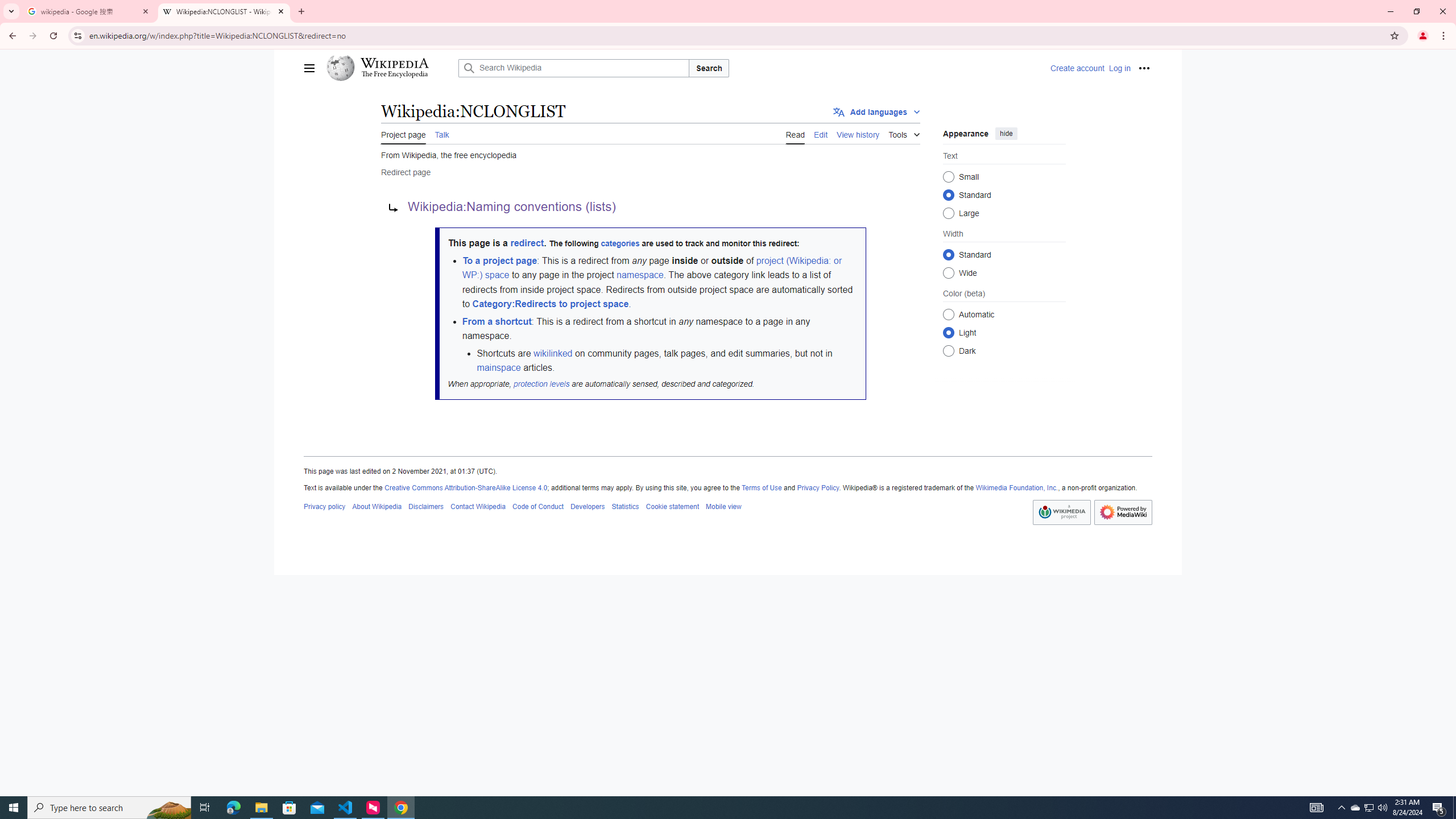  Describe the element at coordinates (1006, 133) in the screenshot. I see `'hide'` at that location.